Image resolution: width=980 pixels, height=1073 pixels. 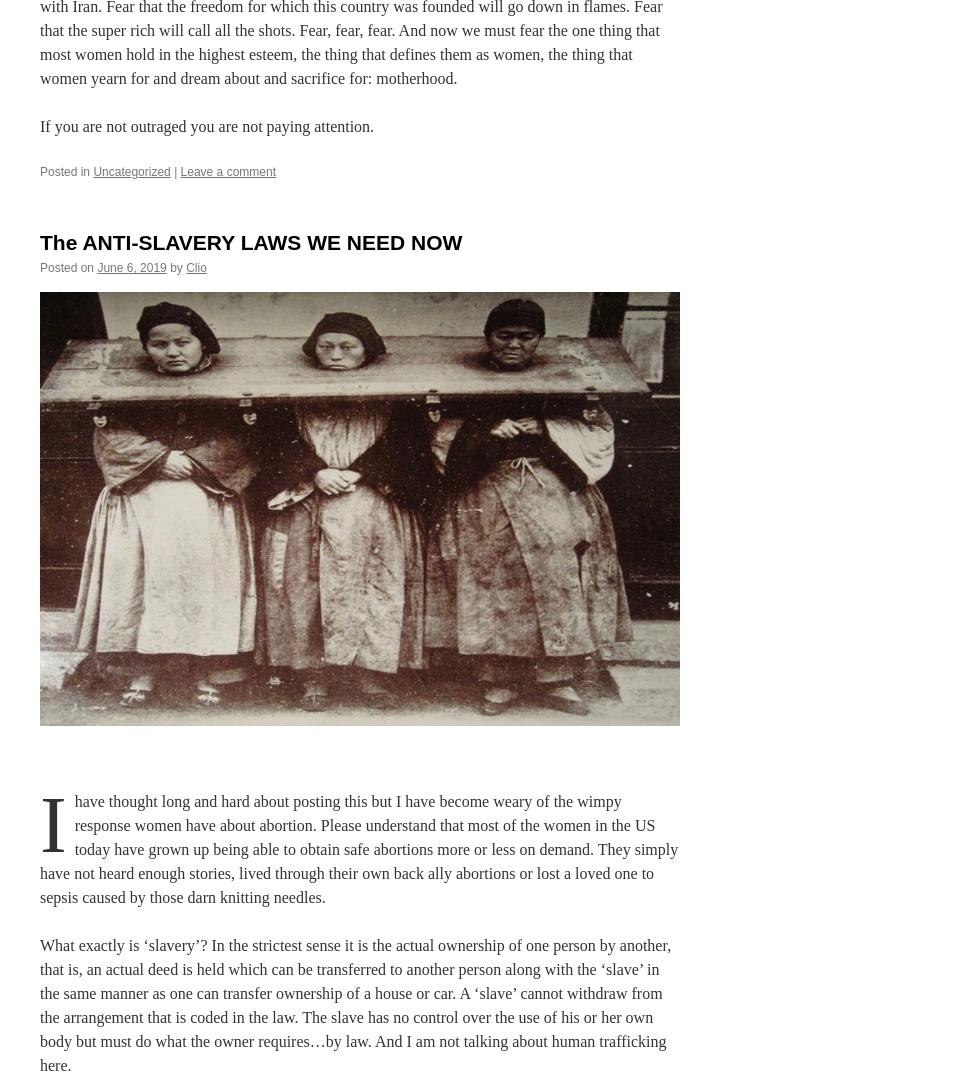 I want to click on 'Uncategorized', so click(x=131, y=170).